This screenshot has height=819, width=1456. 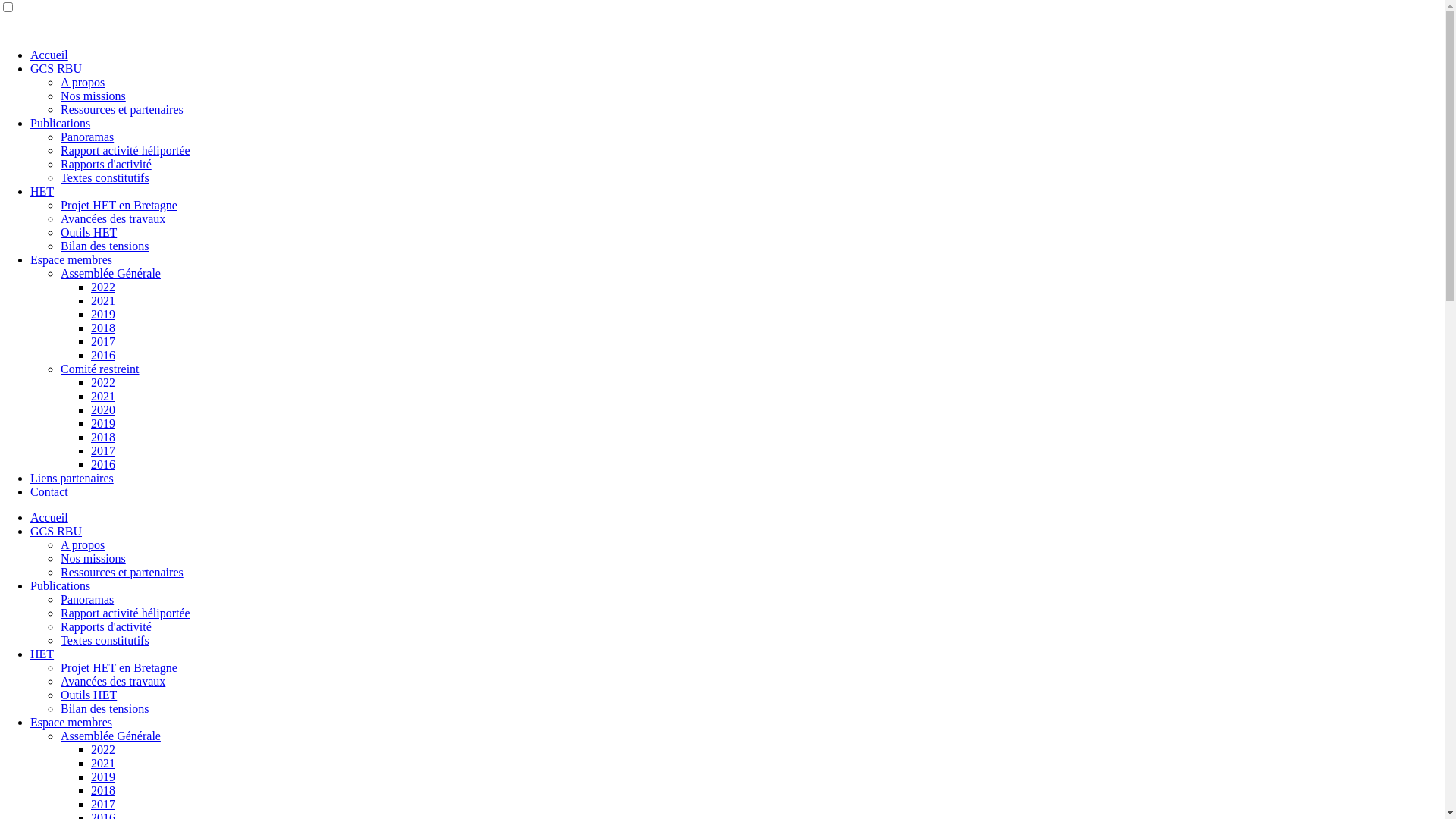 What do you see at coordinates (90, 355) in the screenshot?
I see `'2016'` at bounding box center [90, 355].